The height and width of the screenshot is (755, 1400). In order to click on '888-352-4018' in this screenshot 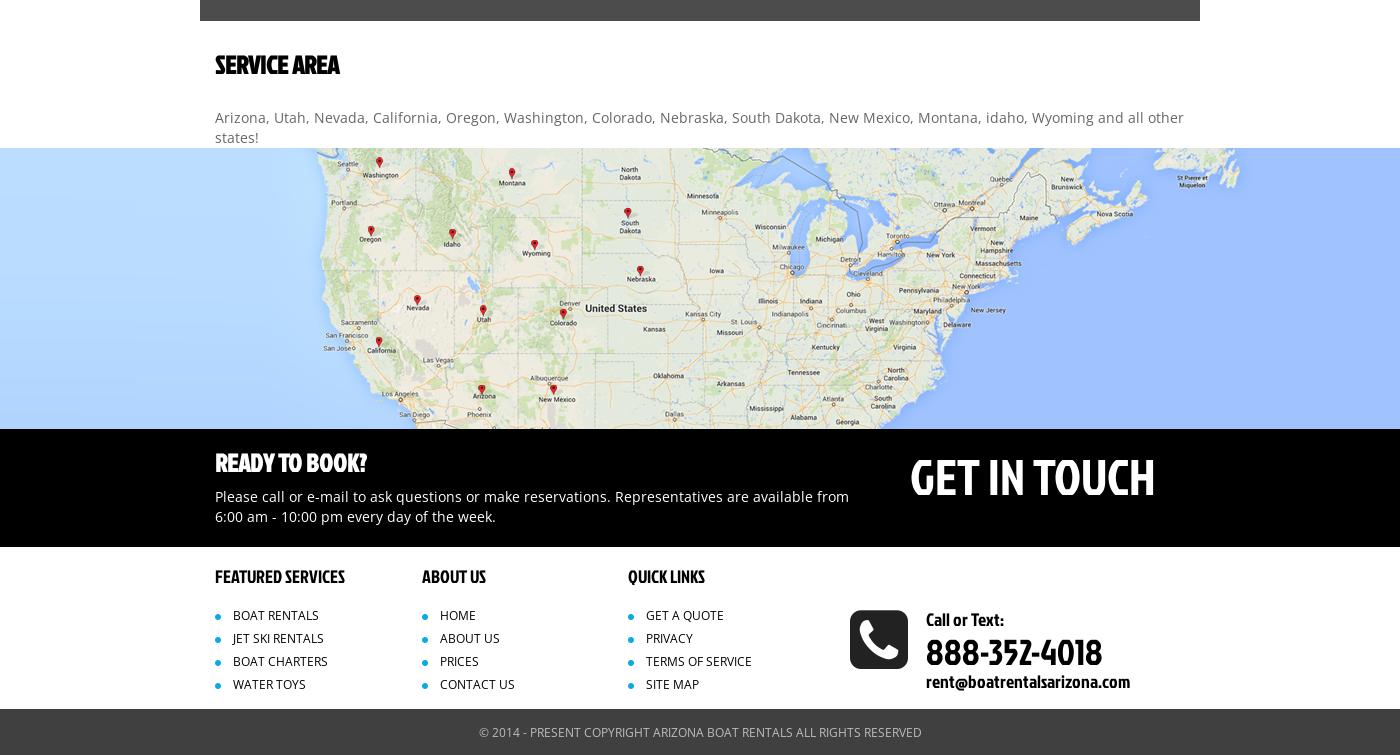, I will do `click(1013, 650)`.